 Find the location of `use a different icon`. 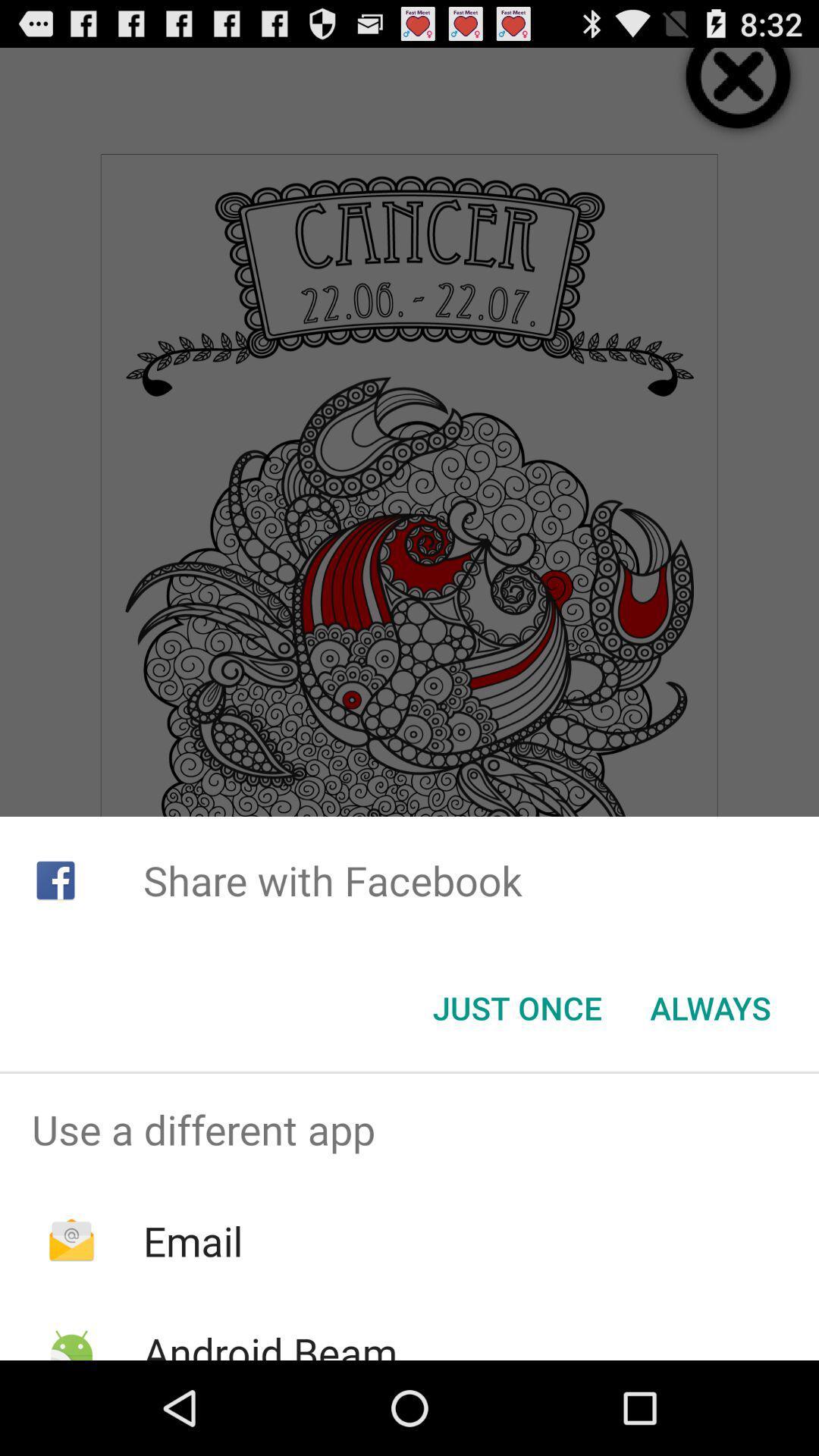

use a different icon is located at coordinates (409, 1129).